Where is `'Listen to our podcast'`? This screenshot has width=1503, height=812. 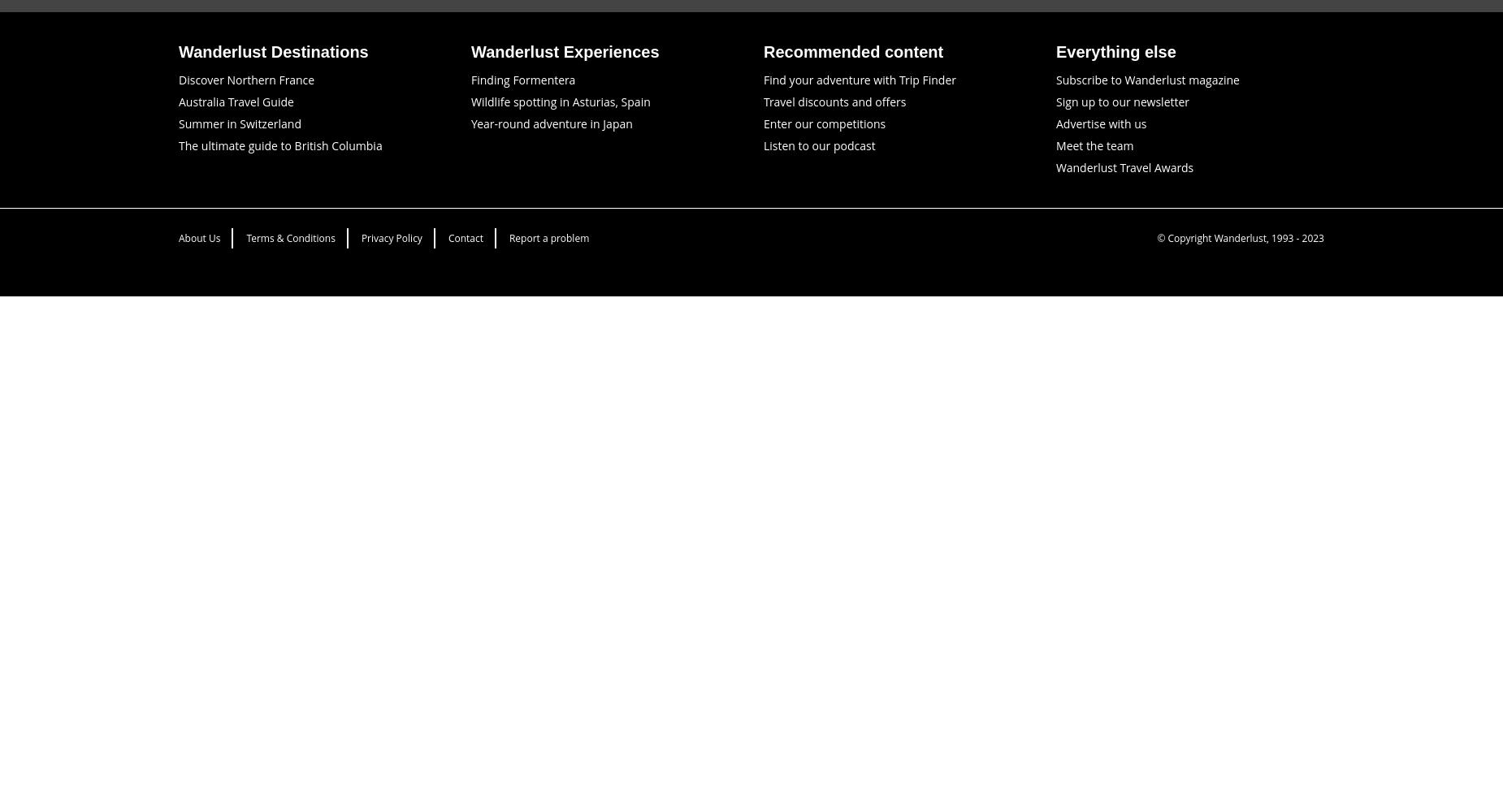 'Listen to our podcast' is located at coordinates (818, 145).